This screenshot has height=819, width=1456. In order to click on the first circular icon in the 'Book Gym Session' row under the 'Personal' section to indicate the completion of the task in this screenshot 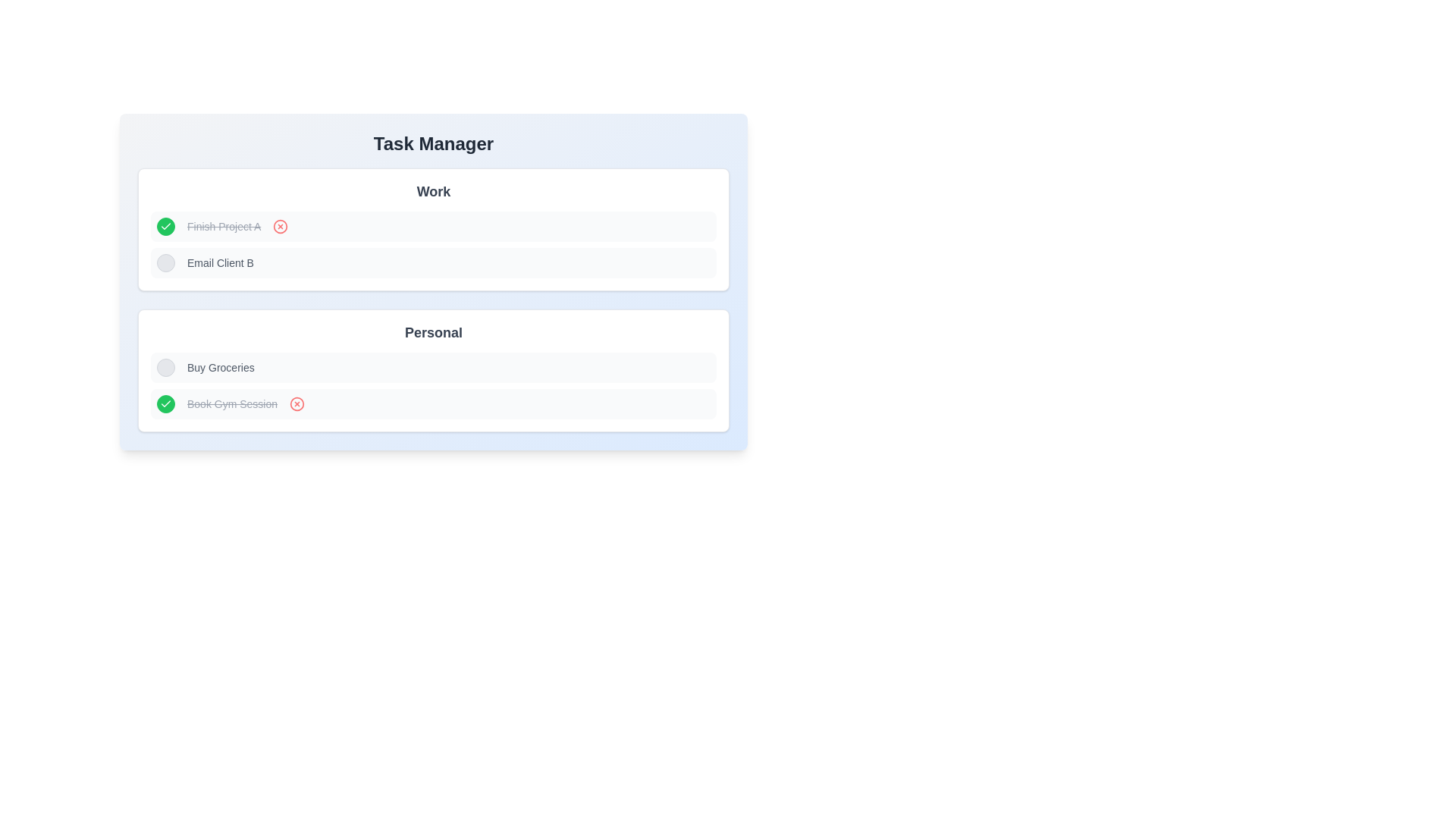, I will do `click(166, 403)`.